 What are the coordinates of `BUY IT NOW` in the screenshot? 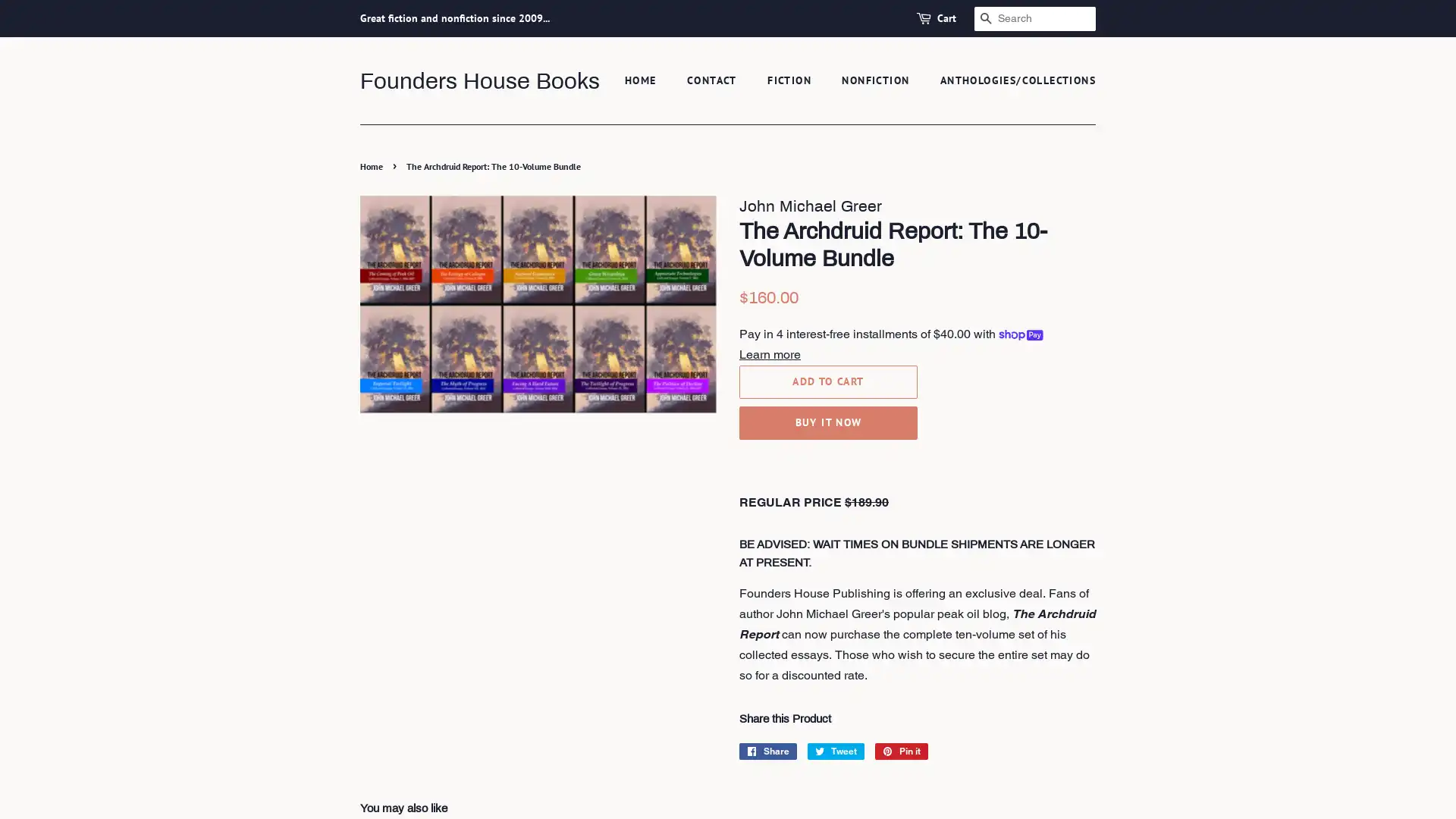 It's located at (827, 422).